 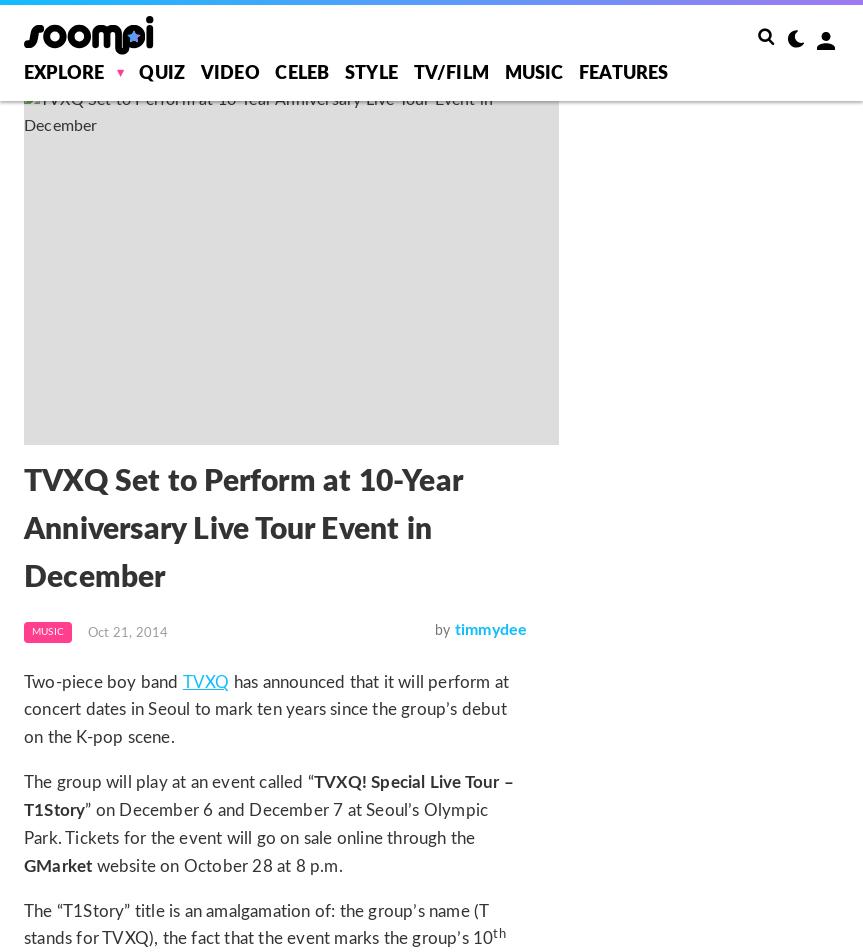 What do you see at coordinates (622, 73) in the screenshot?
I see `'Features'` at bounding box center [622, 73].